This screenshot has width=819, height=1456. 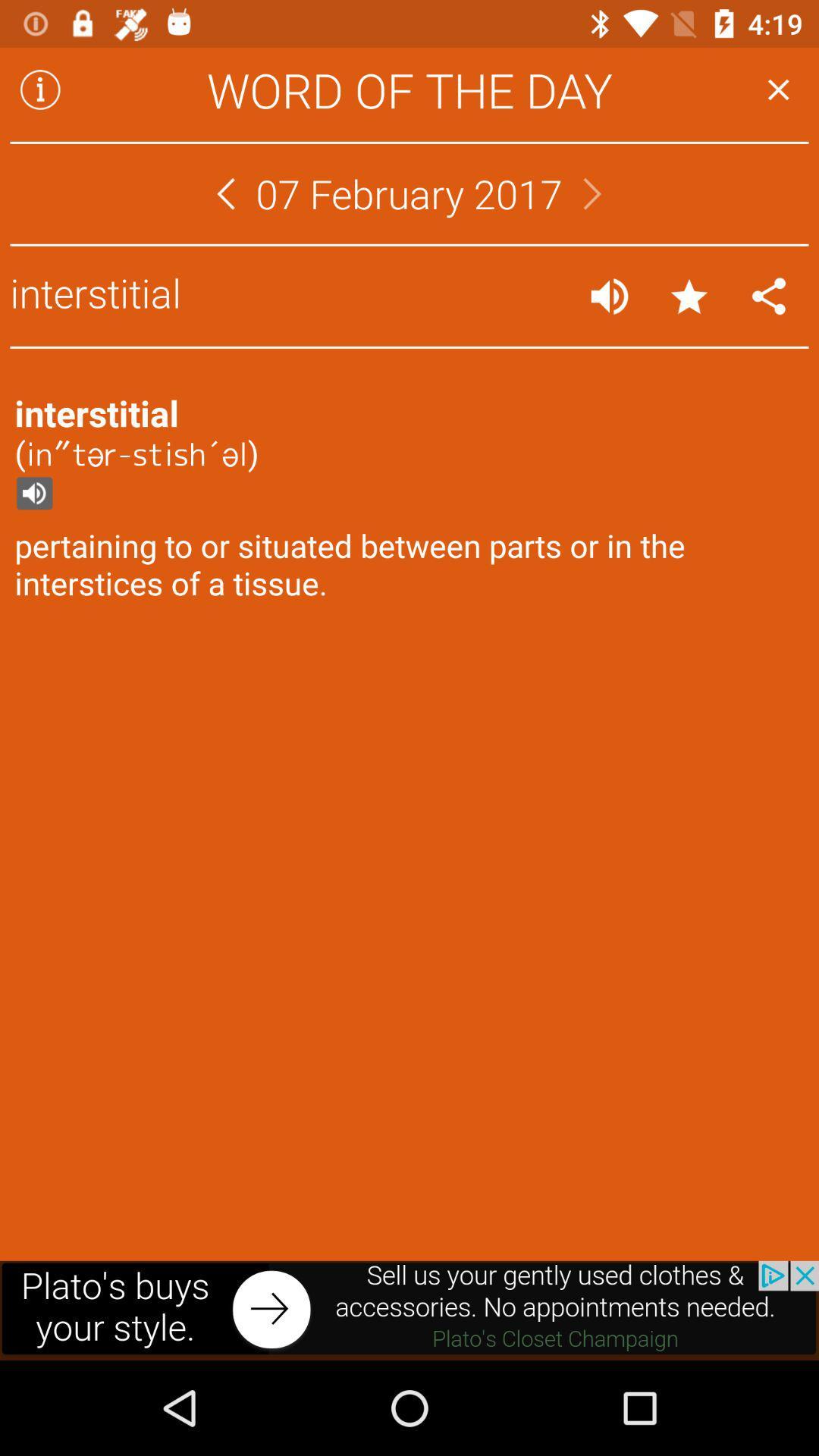 I want to click on next day, so click(x=591, y=193).